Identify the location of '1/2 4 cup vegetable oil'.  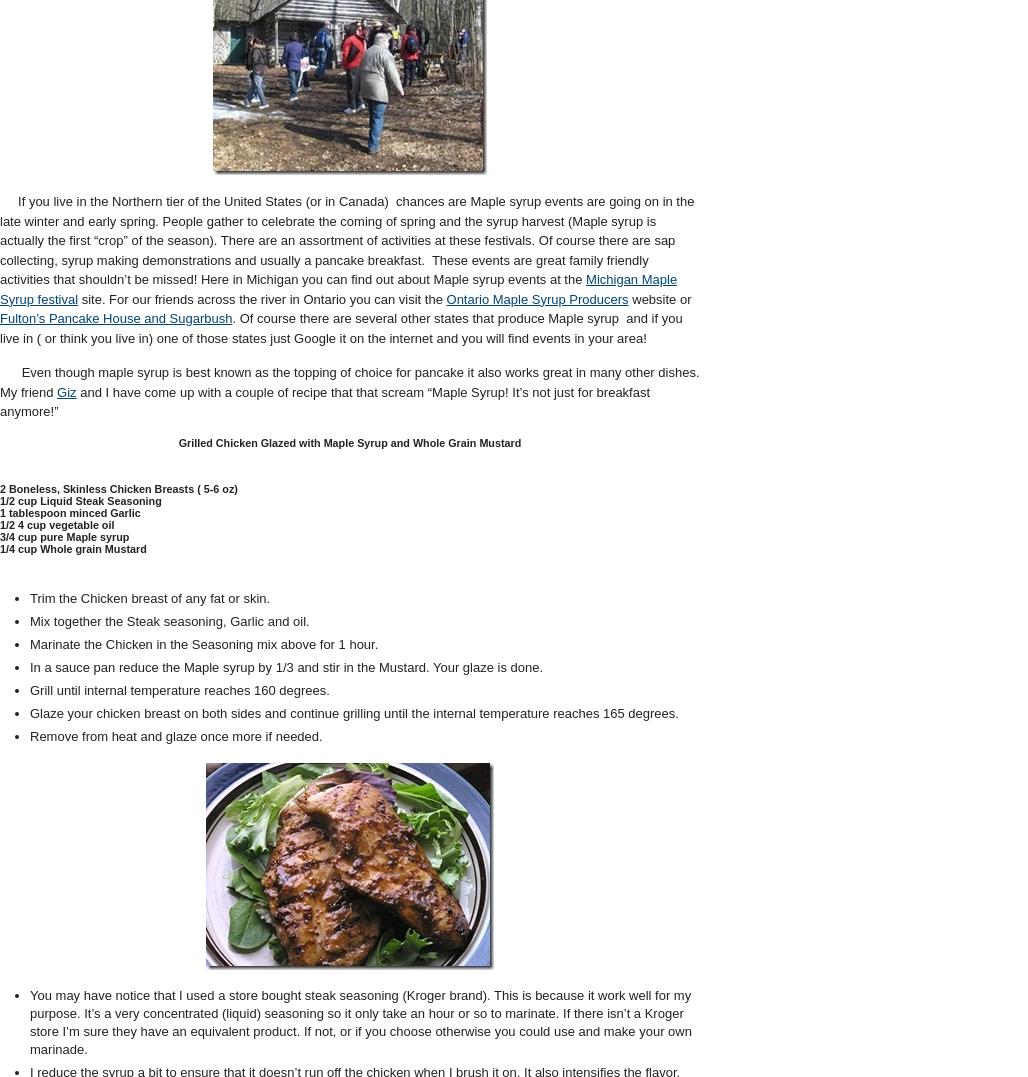
(56, 524).